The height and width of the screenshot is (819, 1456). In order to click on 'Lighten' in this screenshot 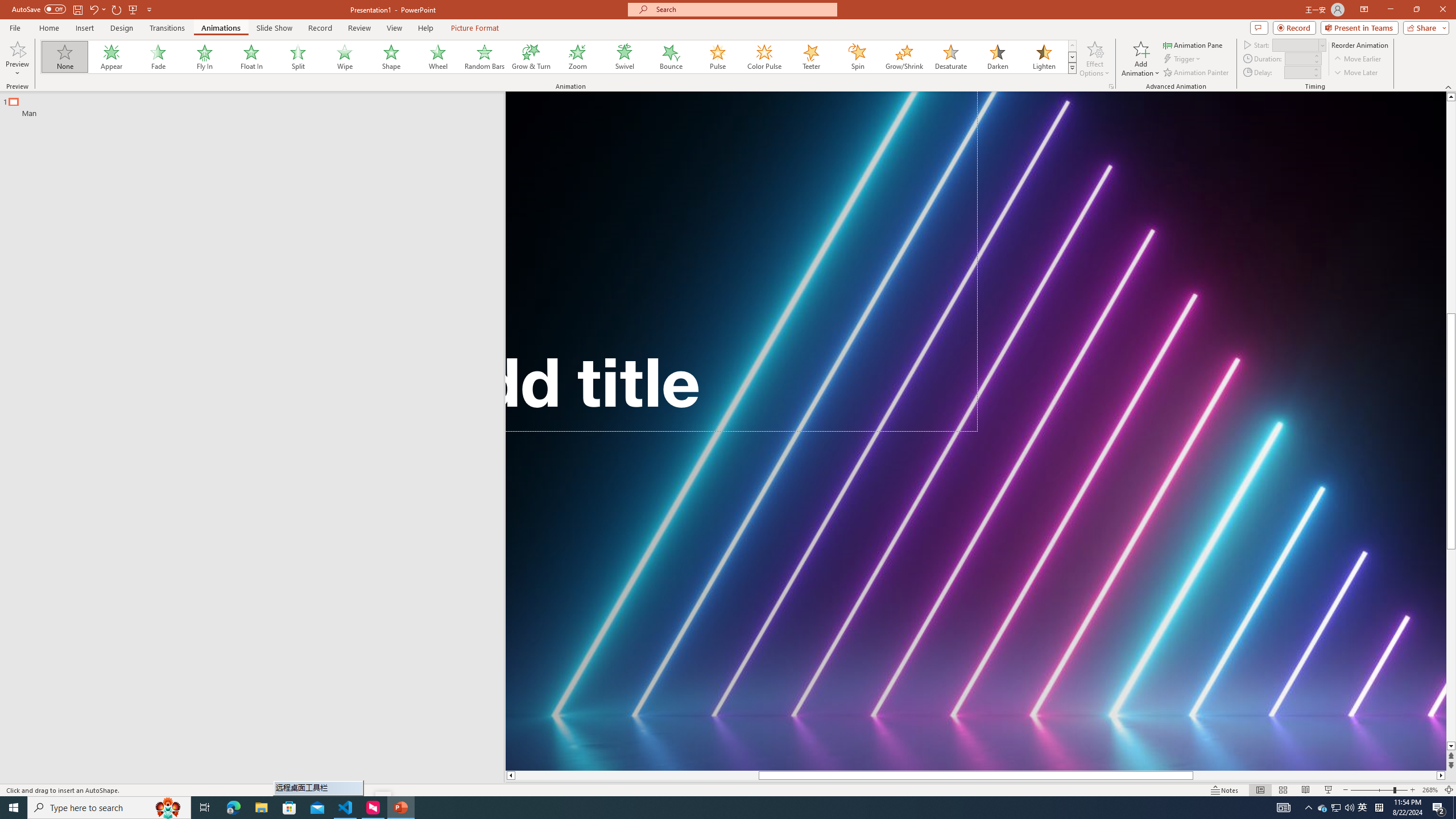, I will do `click(1043, 56)`.